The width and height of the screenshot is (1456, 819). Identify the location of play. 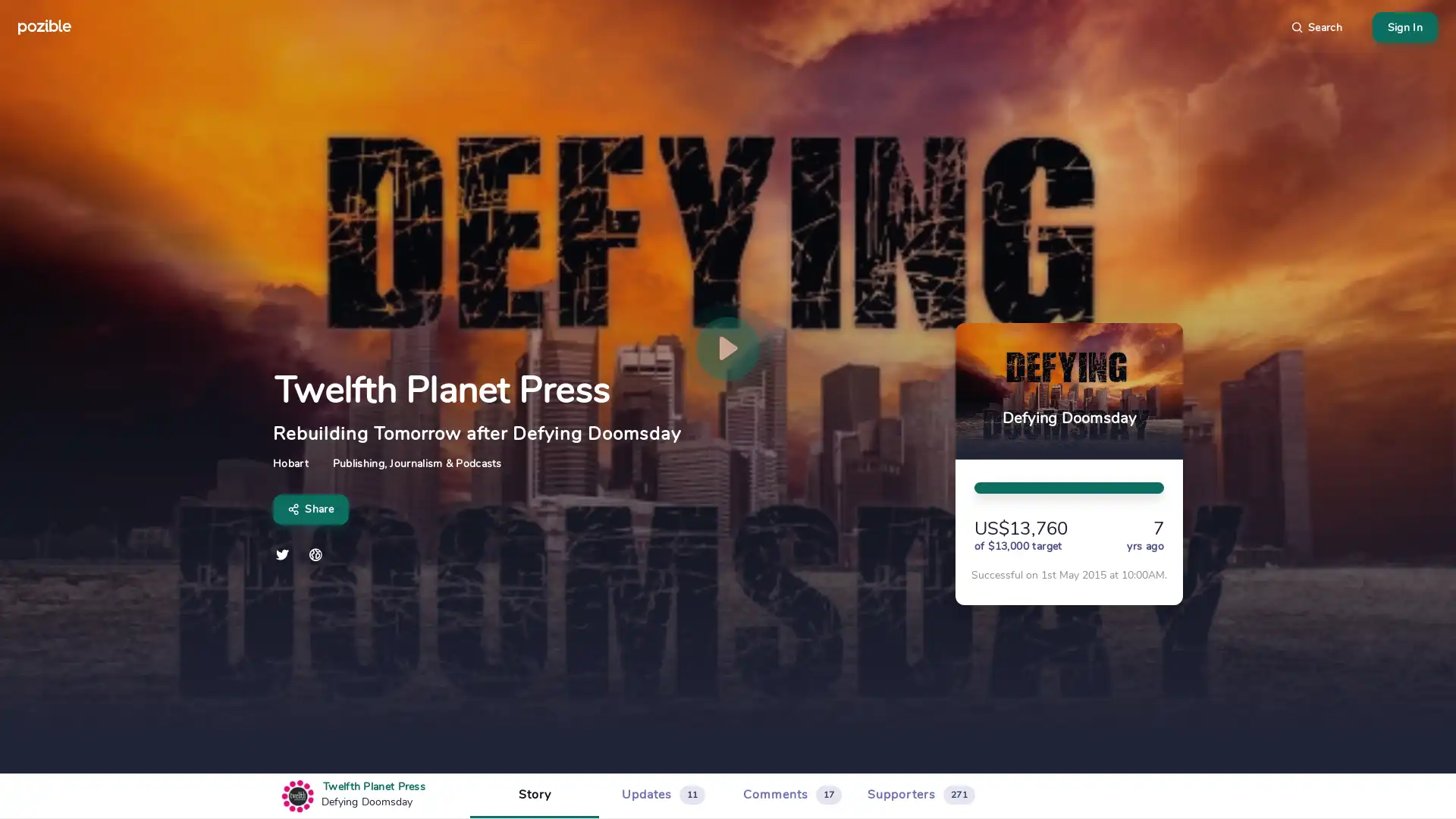
(728, 348).